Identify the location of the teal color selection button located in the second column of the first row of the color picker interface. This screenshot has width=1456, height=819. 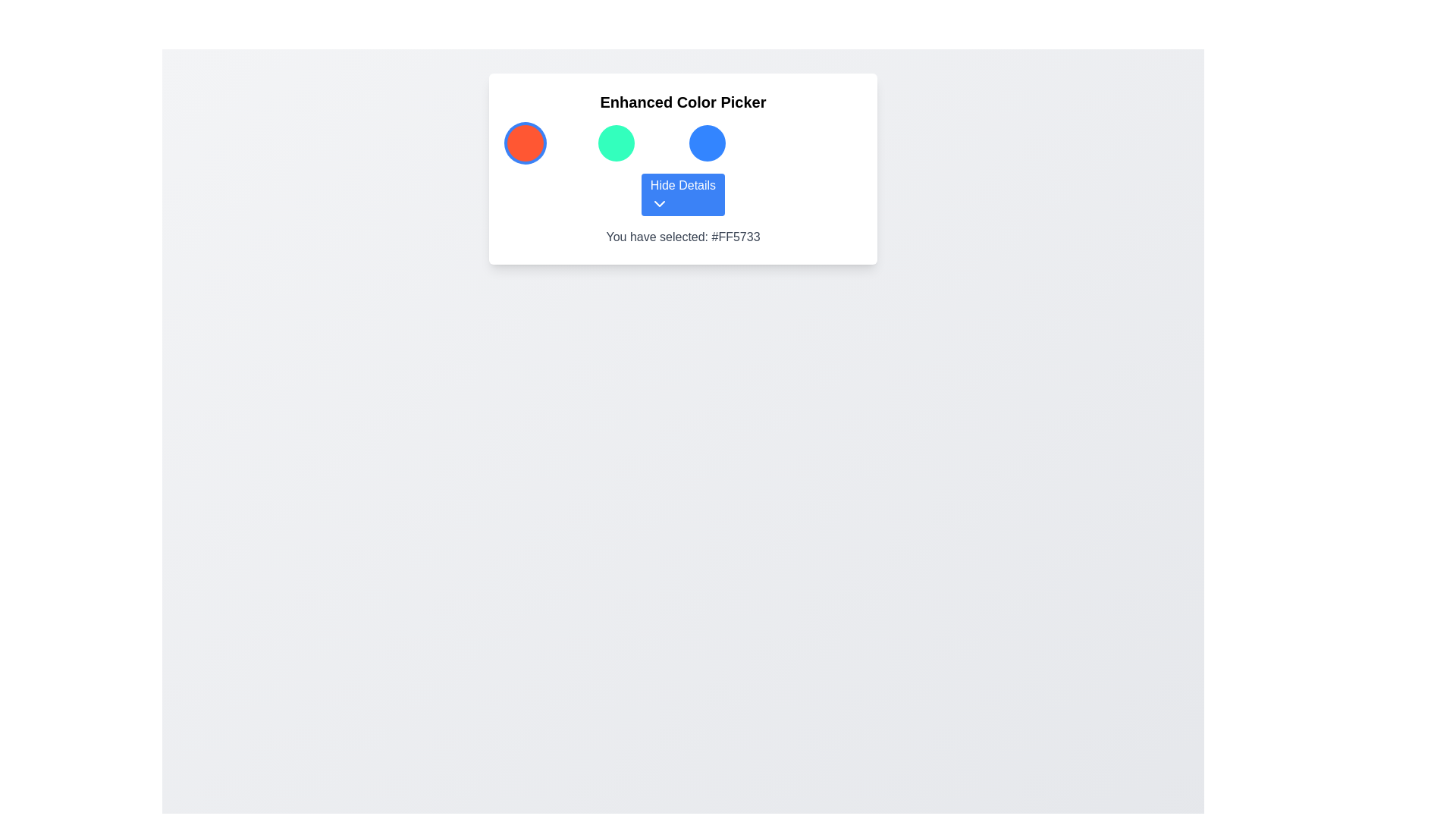
(616, 143).